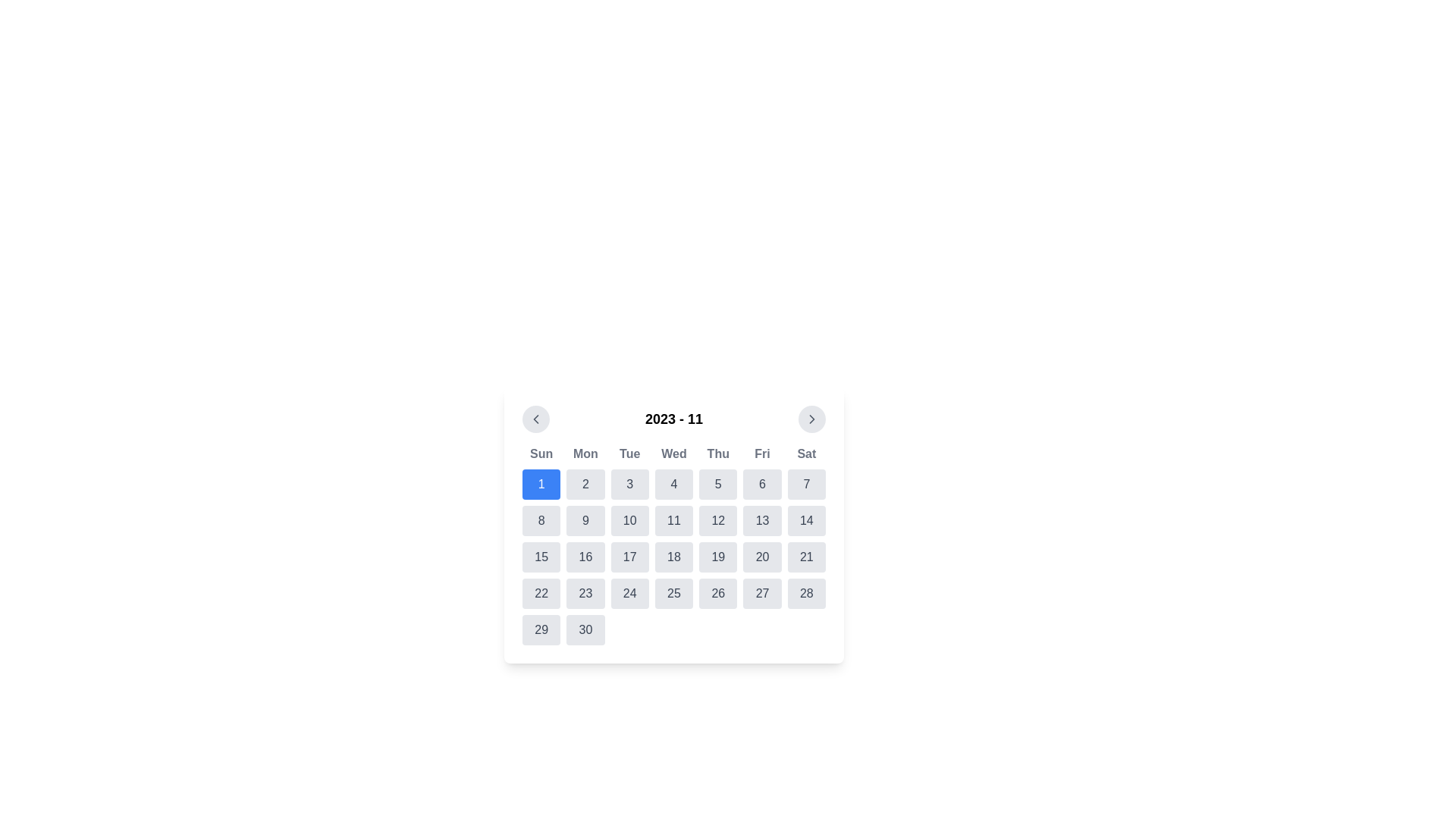 The image size is (1456, 819). Describe the element at coordinates (541, 629) in the screenshot. I see `the rounded rectangular button labeled '29' in the bottom row, first column of the calendar grid` at that location.